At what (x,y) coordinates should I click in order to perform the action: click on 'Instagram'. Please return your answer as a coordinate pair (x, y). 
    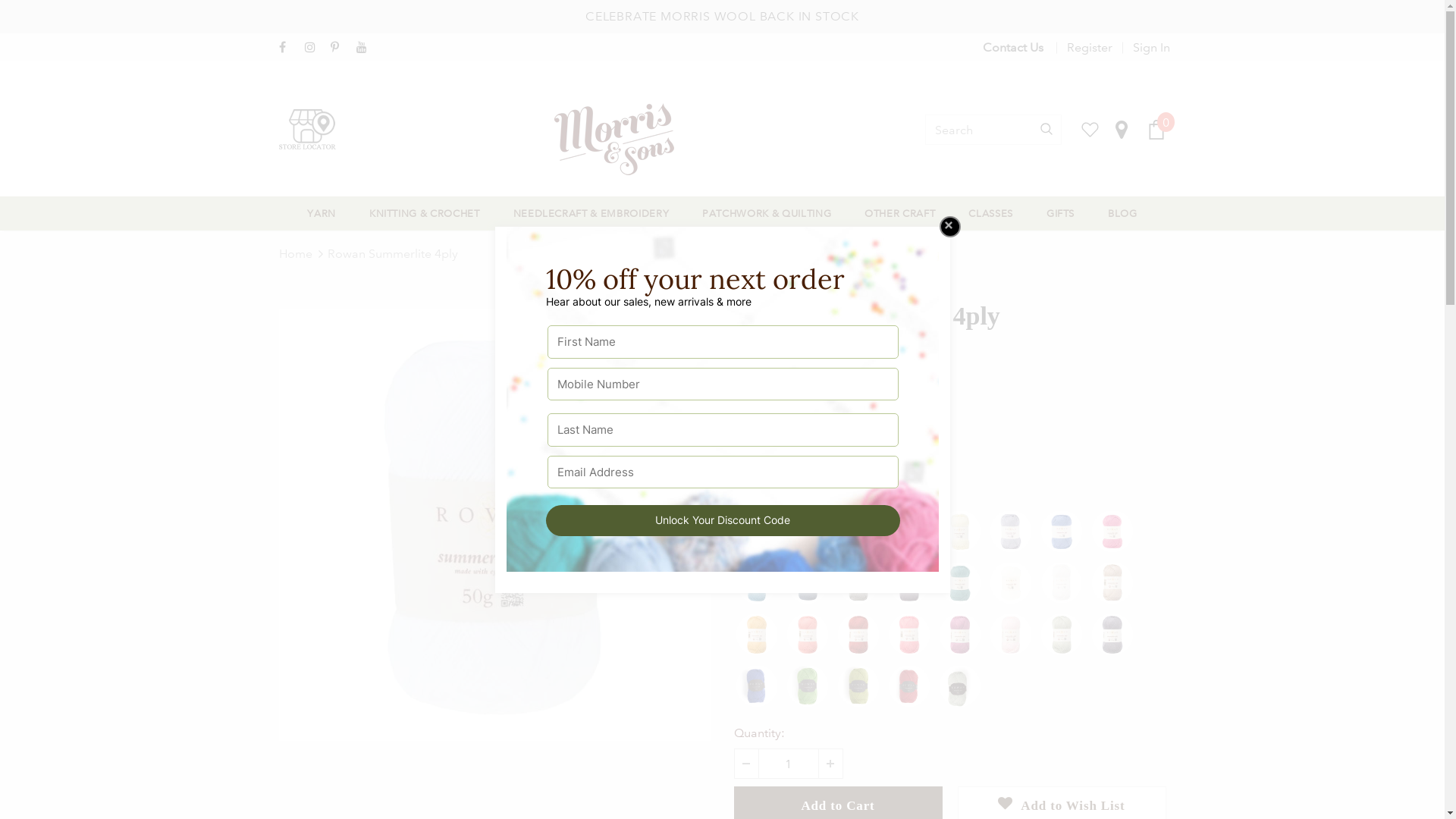
    Looking at the image, I should click on (313, 47).